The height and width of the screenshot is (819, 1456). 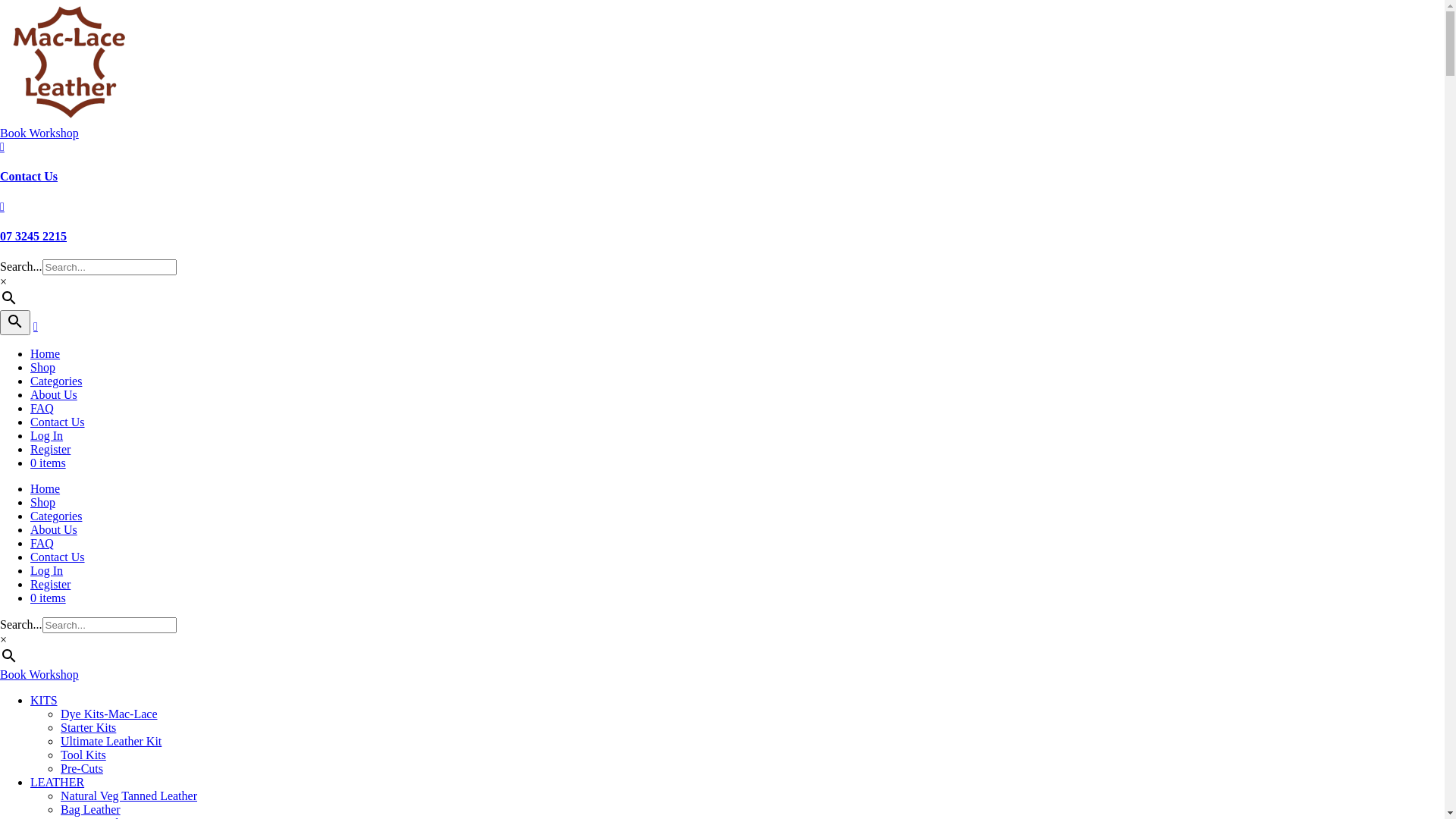 What do you see at coordinates (61, 714) in the screenshot?
I see `'Dye Kits-Mac-Lace'` at bounding box center [61, 714].